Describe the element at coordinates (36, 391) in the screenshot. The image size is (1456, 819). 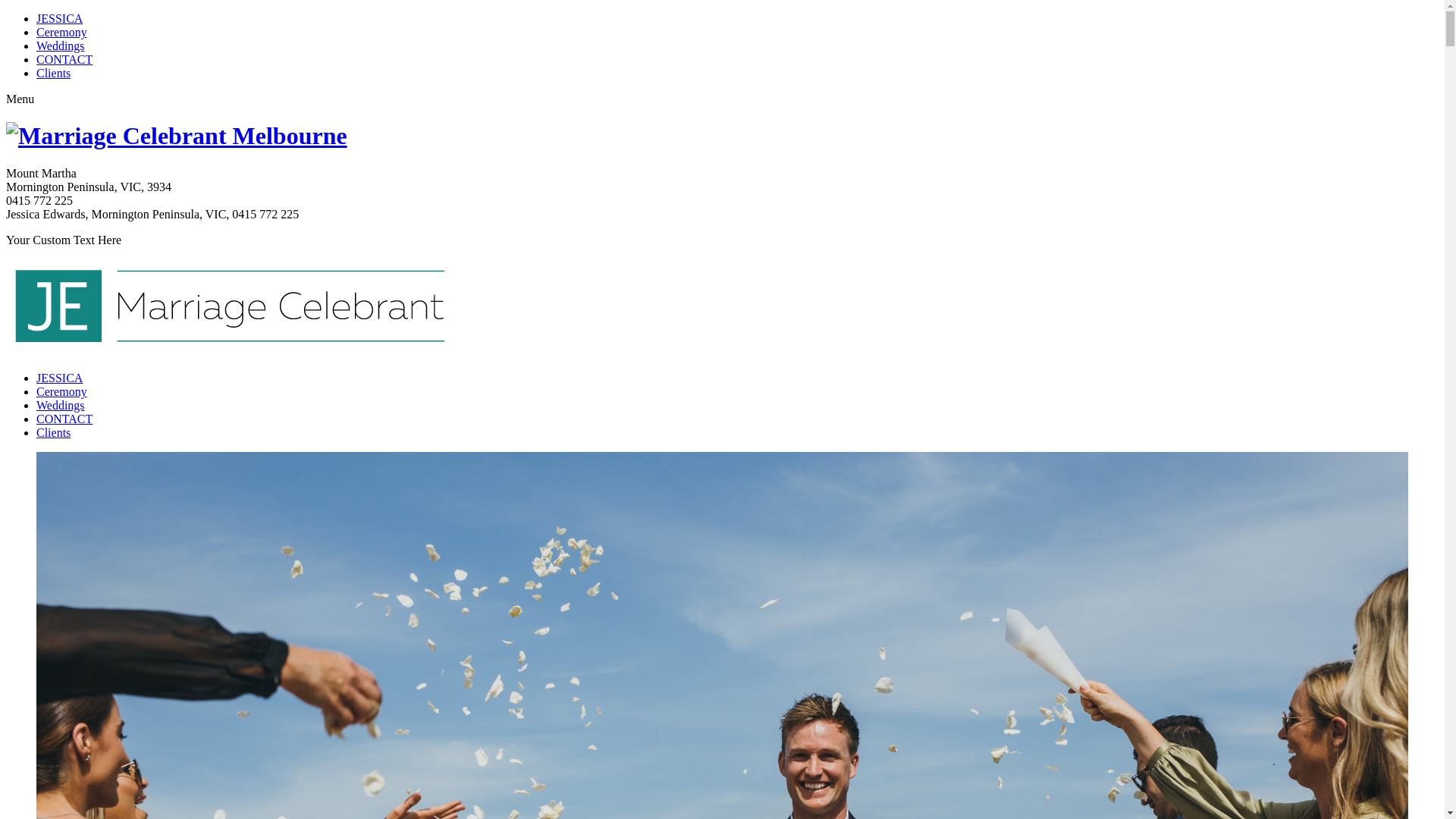
I see `'Ceremony'` at that location.